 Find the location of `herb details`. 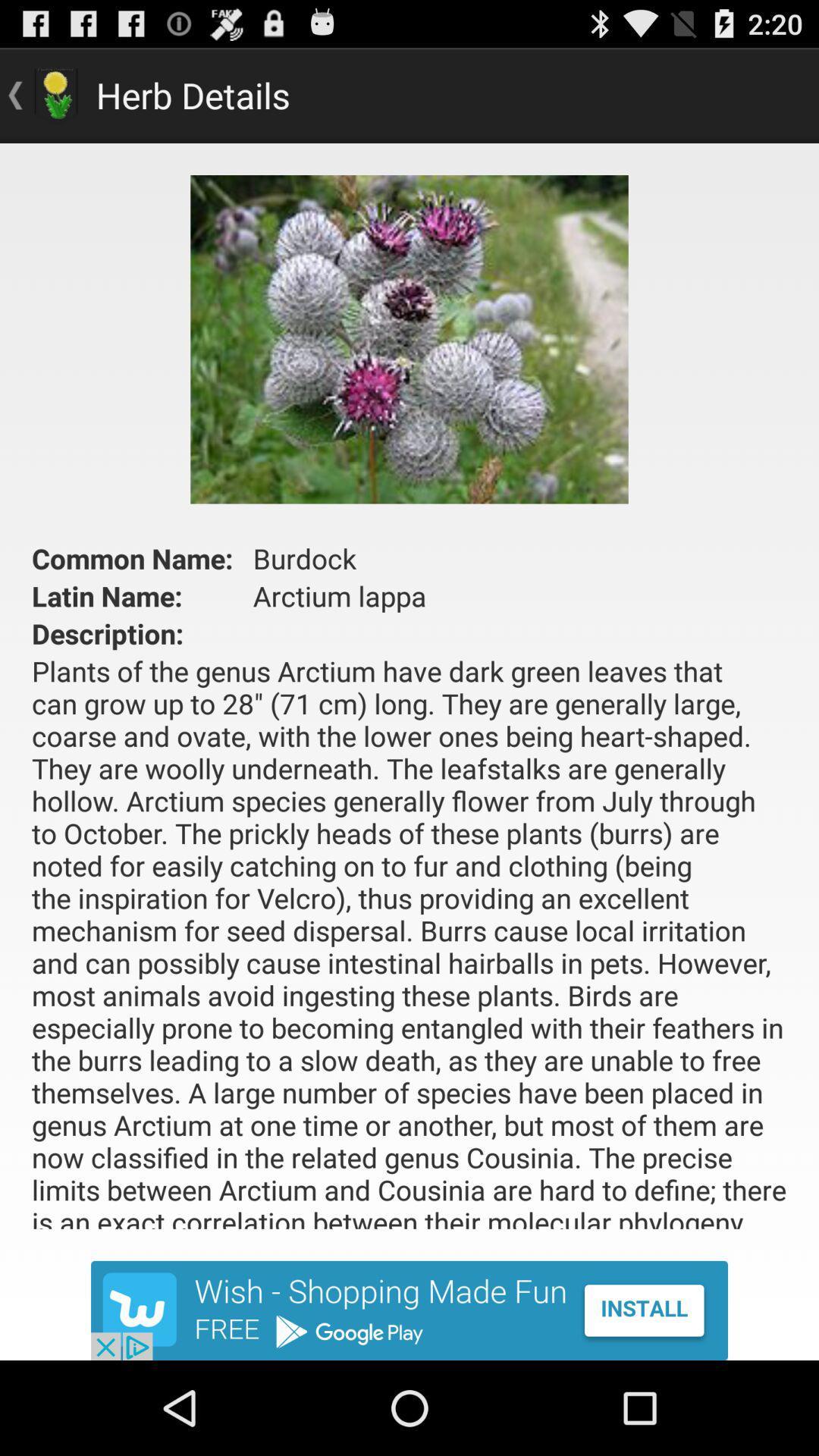

herb details is located at coordinates (409, 1310).